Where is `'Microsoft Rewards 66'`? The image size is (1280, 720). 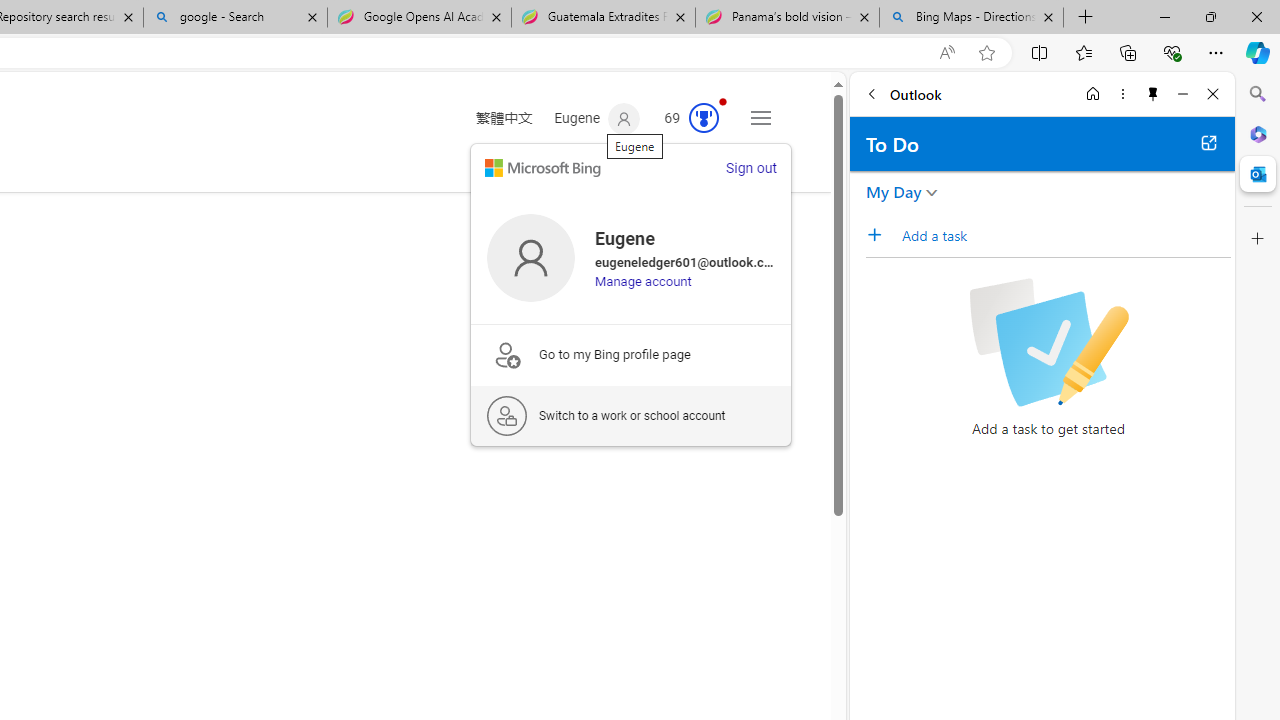 'Microsoft Rewards 66' is located at coordinates (685, 119).